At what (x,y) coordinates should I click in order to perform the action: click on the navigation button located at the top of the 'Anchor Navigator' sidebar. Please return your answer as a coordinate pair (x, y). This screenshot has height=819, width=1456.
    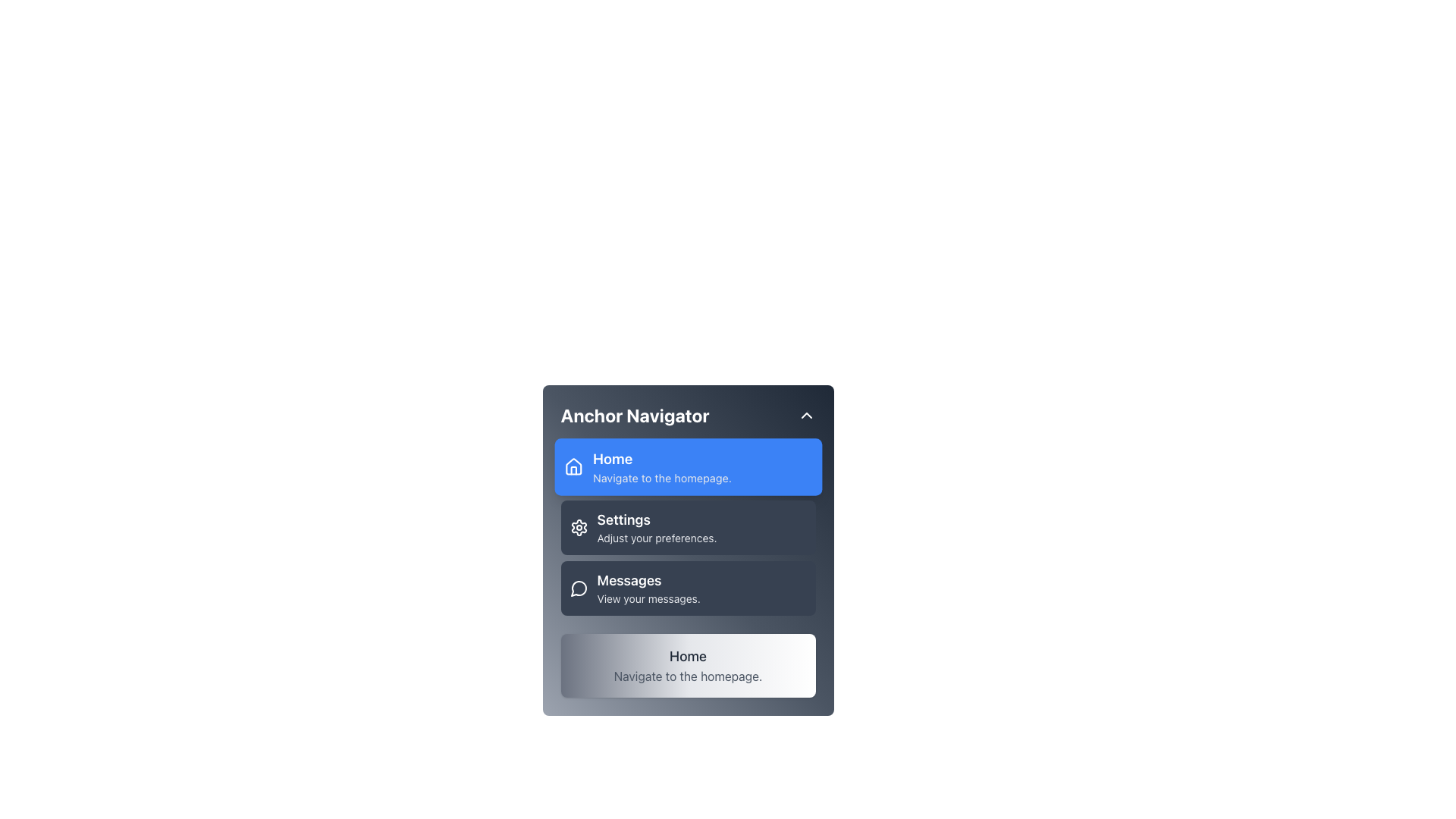
    Looking at the image, I should click on (687, 466).